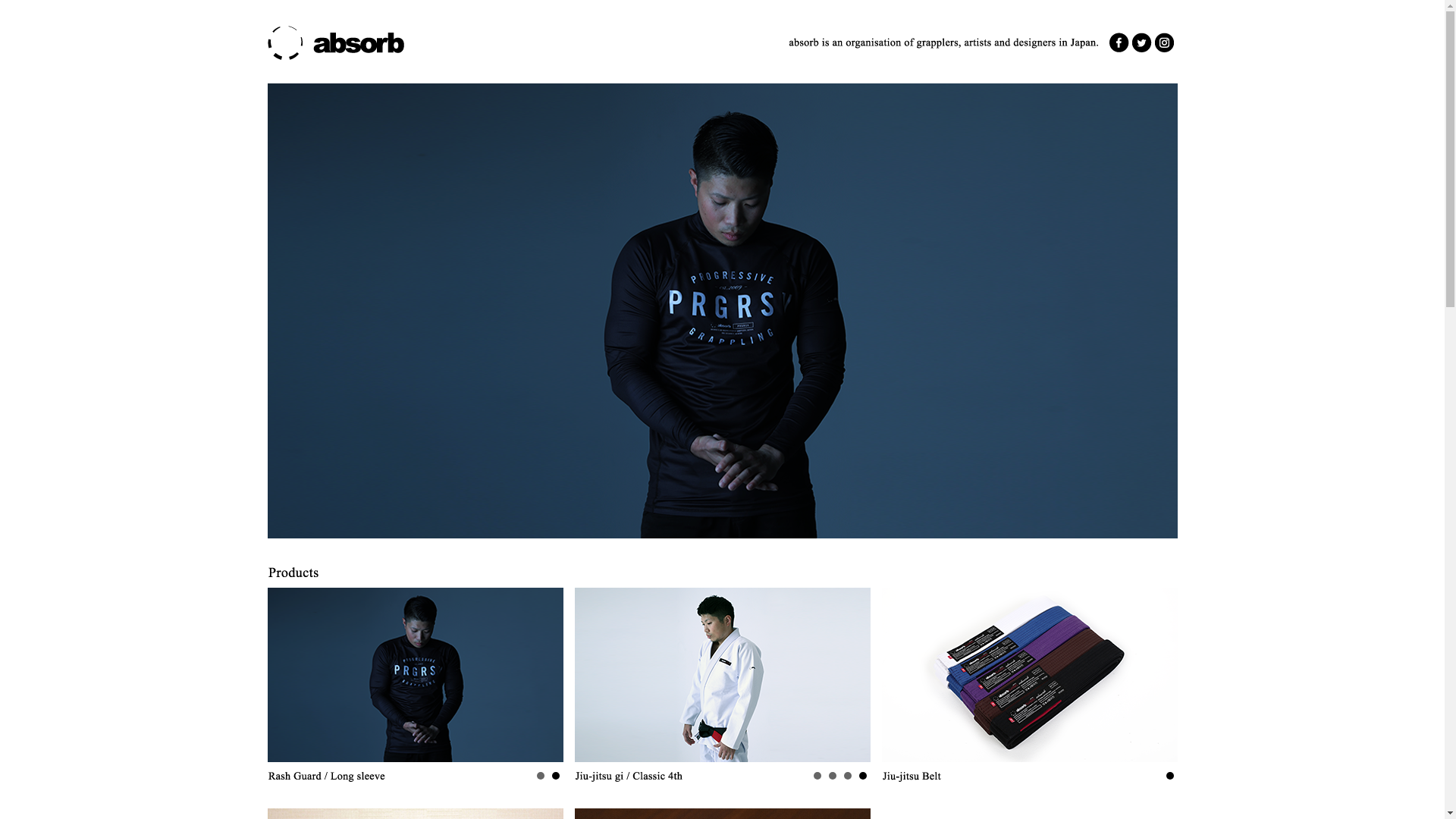  Describe the element at coordinates (846, 775) in the screenshot. I see `'2'` at that location.